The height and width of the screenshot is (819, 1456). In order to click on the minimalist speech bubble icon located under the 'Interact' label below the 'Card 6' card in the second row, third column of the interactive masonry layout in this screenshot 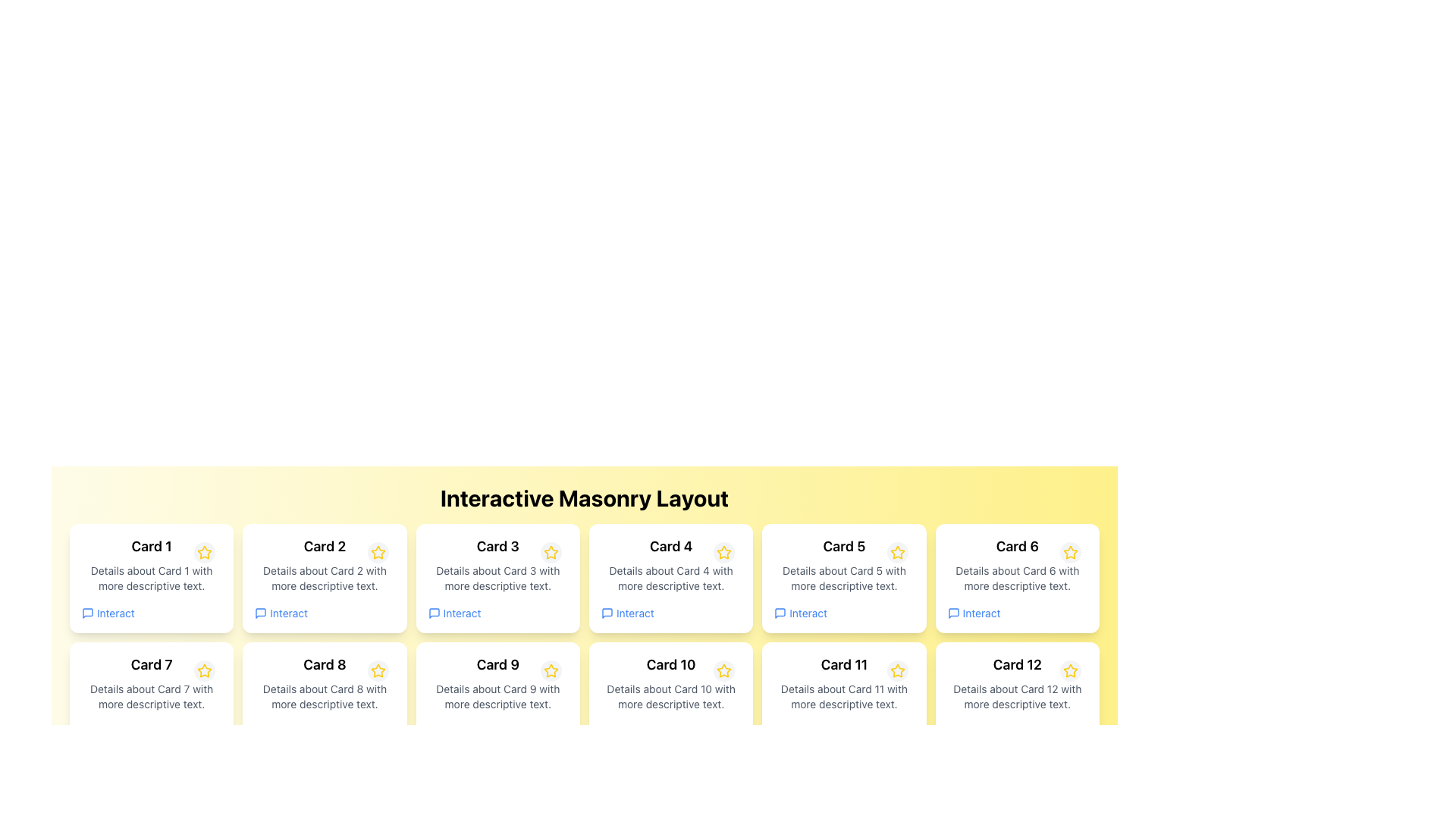, I will do `click(952, 613)`.